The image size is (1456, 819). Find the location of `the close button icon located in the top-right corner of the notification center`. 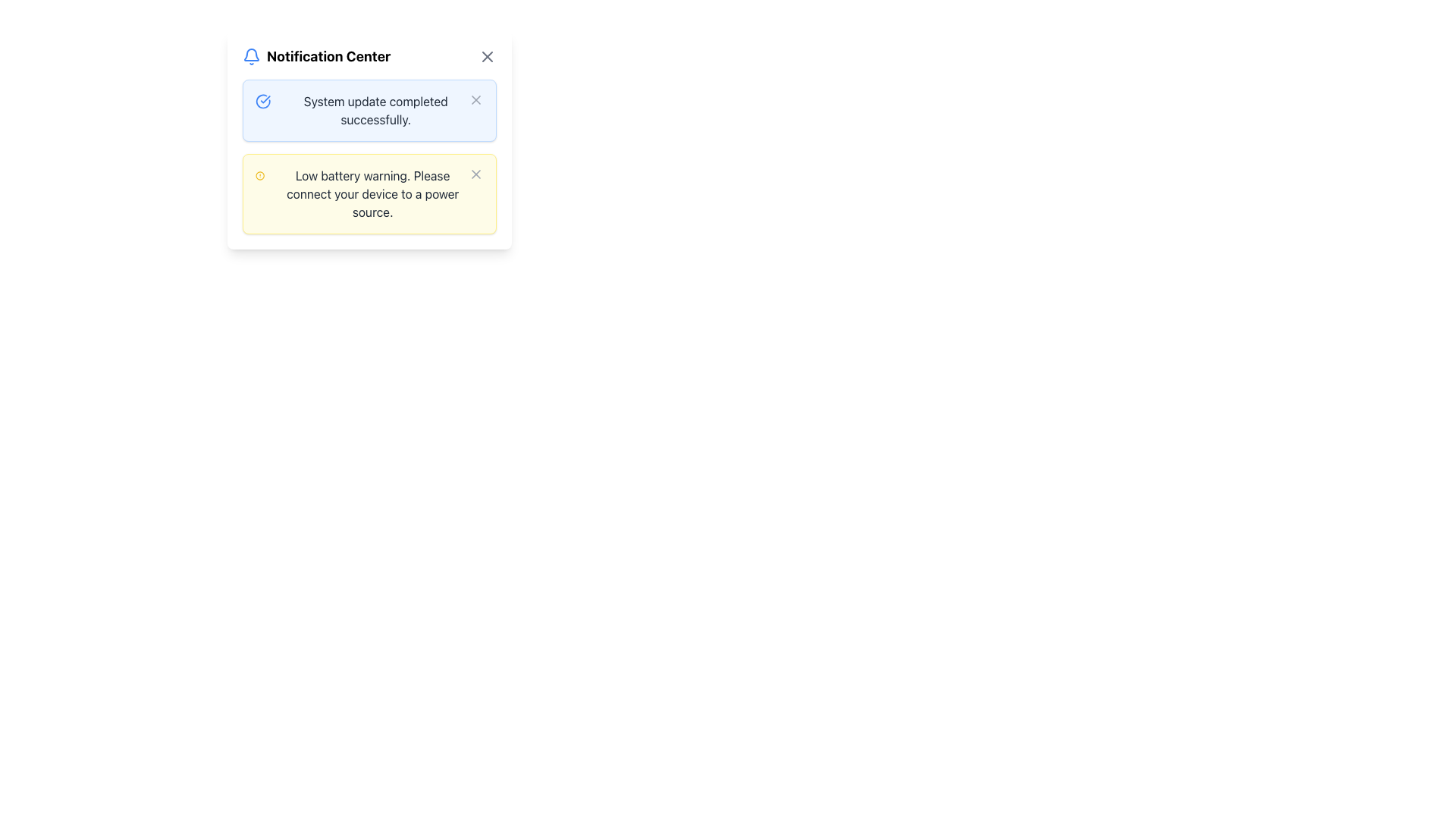

the close button icon located in the top-right corner of the notification center is located at coordinates (488, 55).